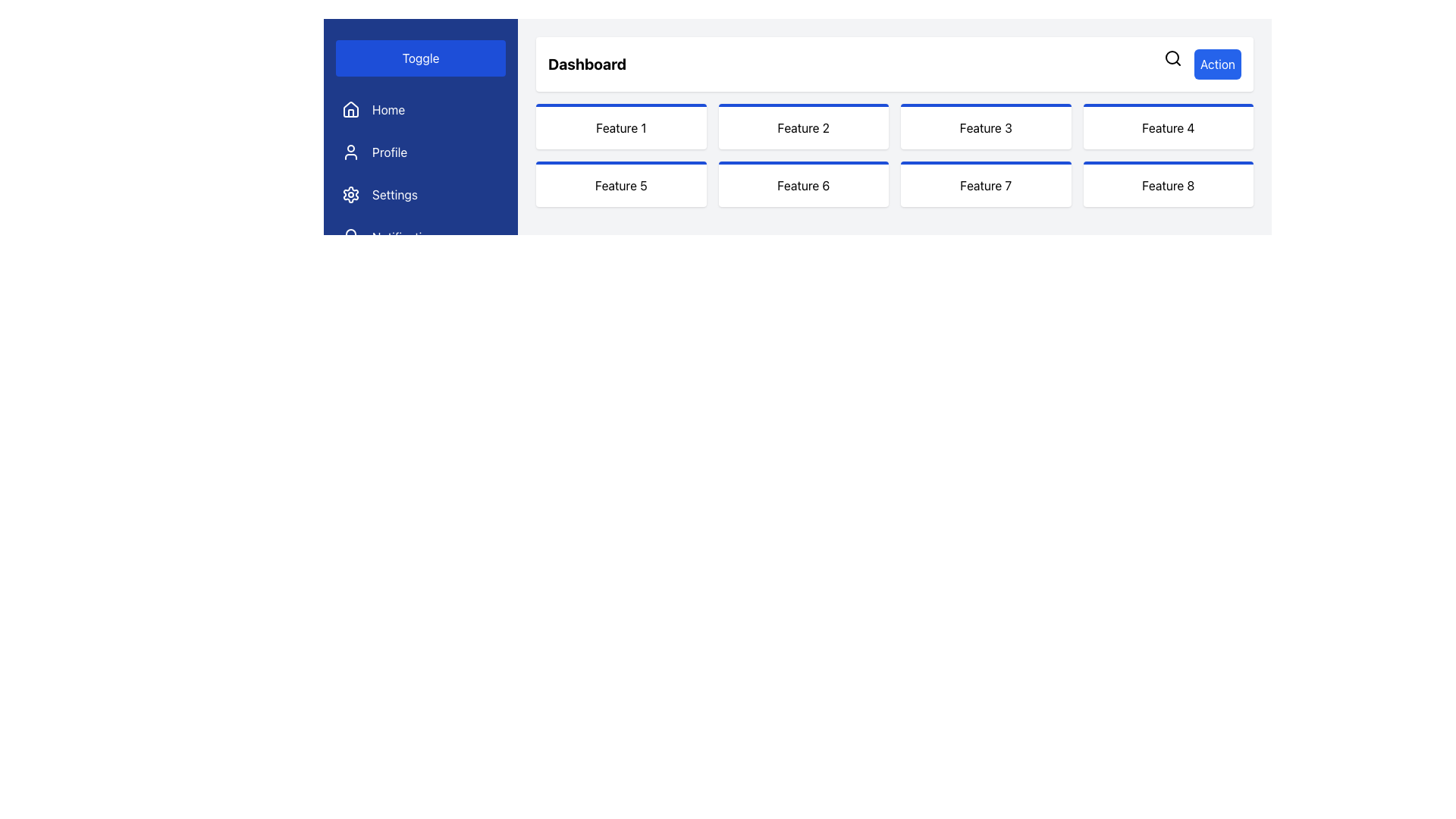 The height and width of the screenshot is (819, 1456). What do you see at coordinates (406, 237) in the screenshot?
I see `the 'Notifications' label in the vertical navigation bar` at bounding box center [406, 237].